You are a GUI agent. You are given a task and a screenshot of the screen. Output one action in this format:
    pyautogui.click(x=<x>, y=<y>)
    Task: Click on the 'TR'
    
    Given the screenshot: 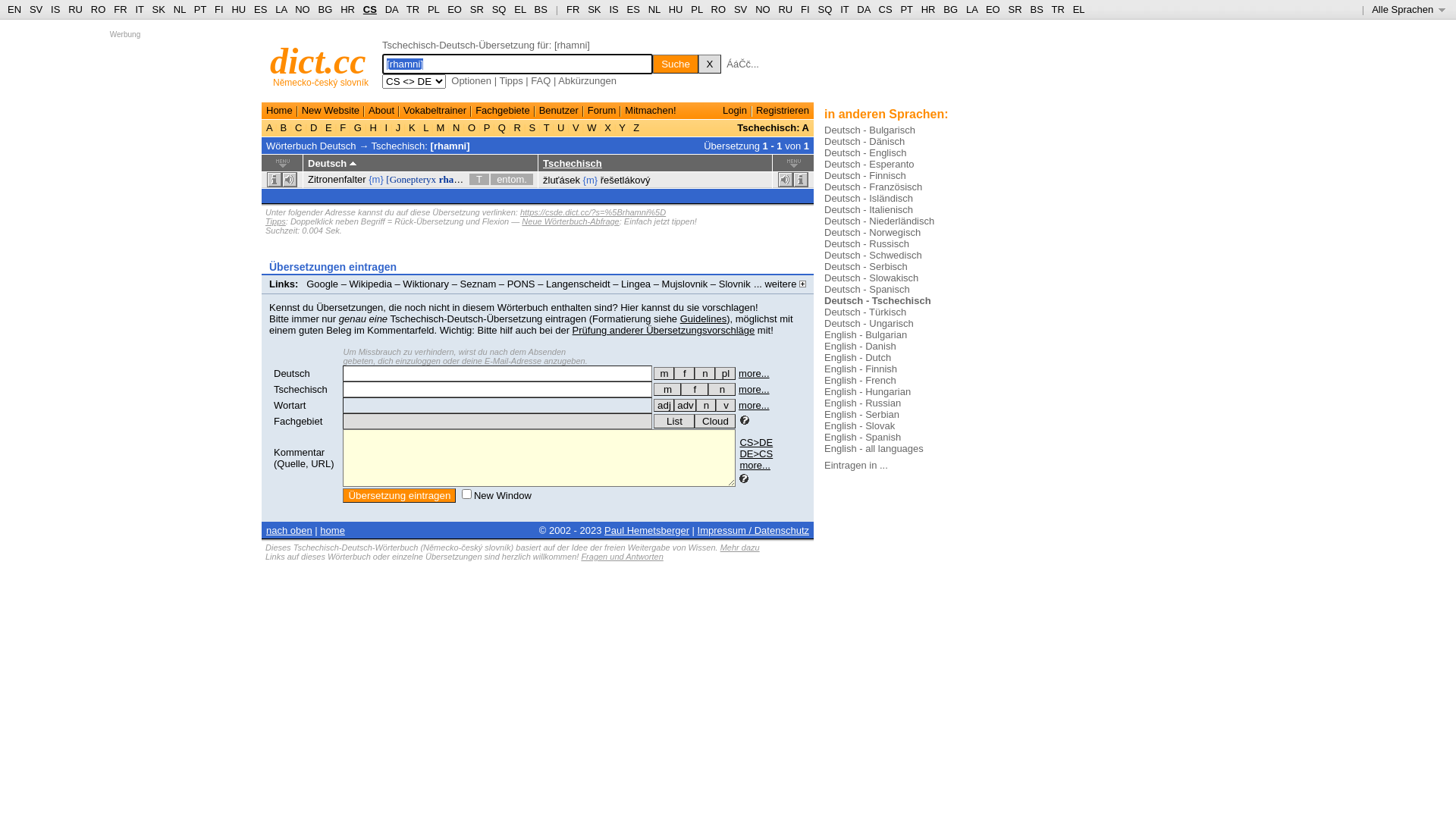 What is the action you would take?
    pyautogui.click(x=413, y=9)
    